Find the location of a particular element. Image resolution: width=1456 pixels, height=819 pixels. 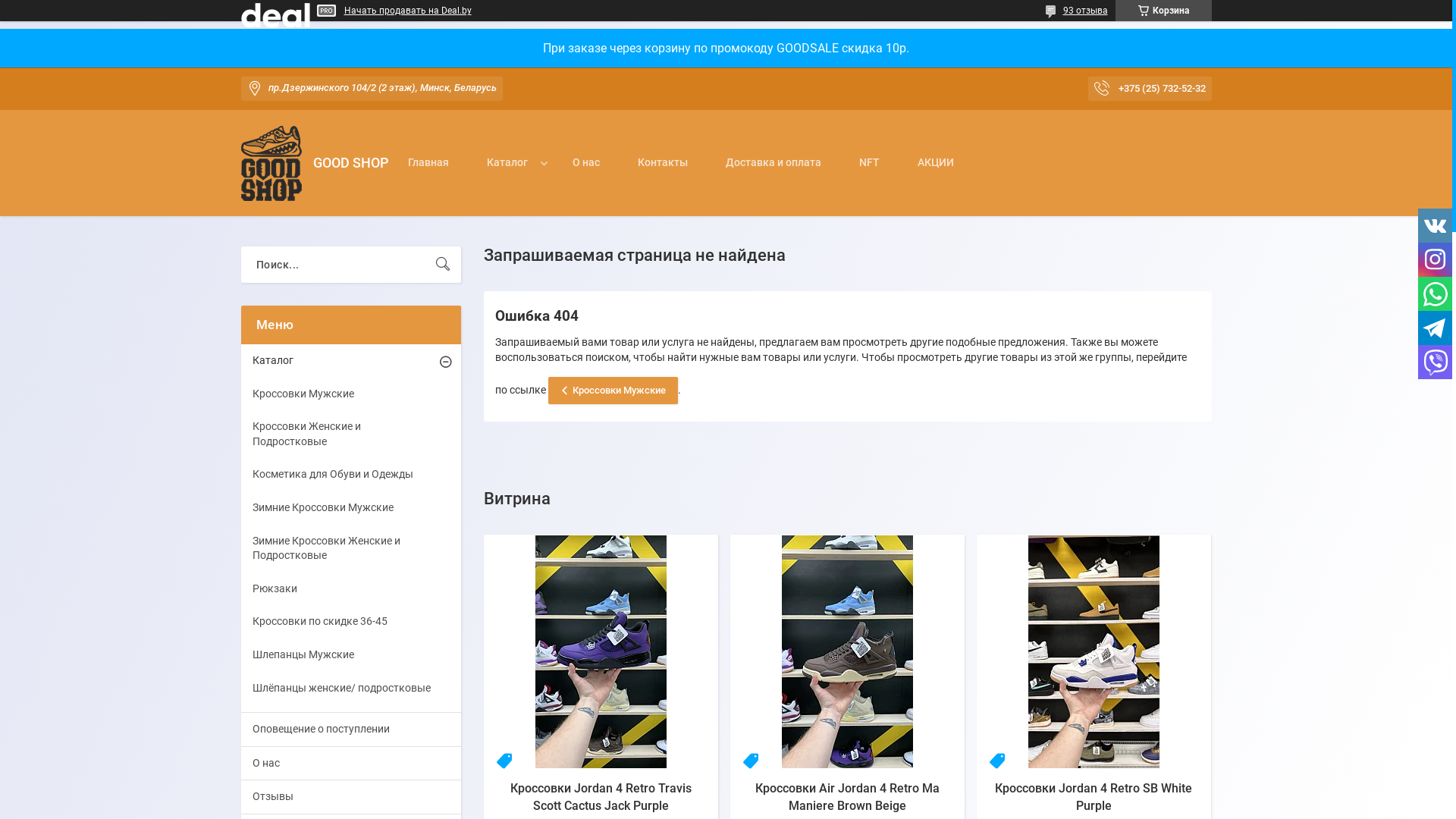

'GOOD SHOP' is located at coordinates (271, 163).